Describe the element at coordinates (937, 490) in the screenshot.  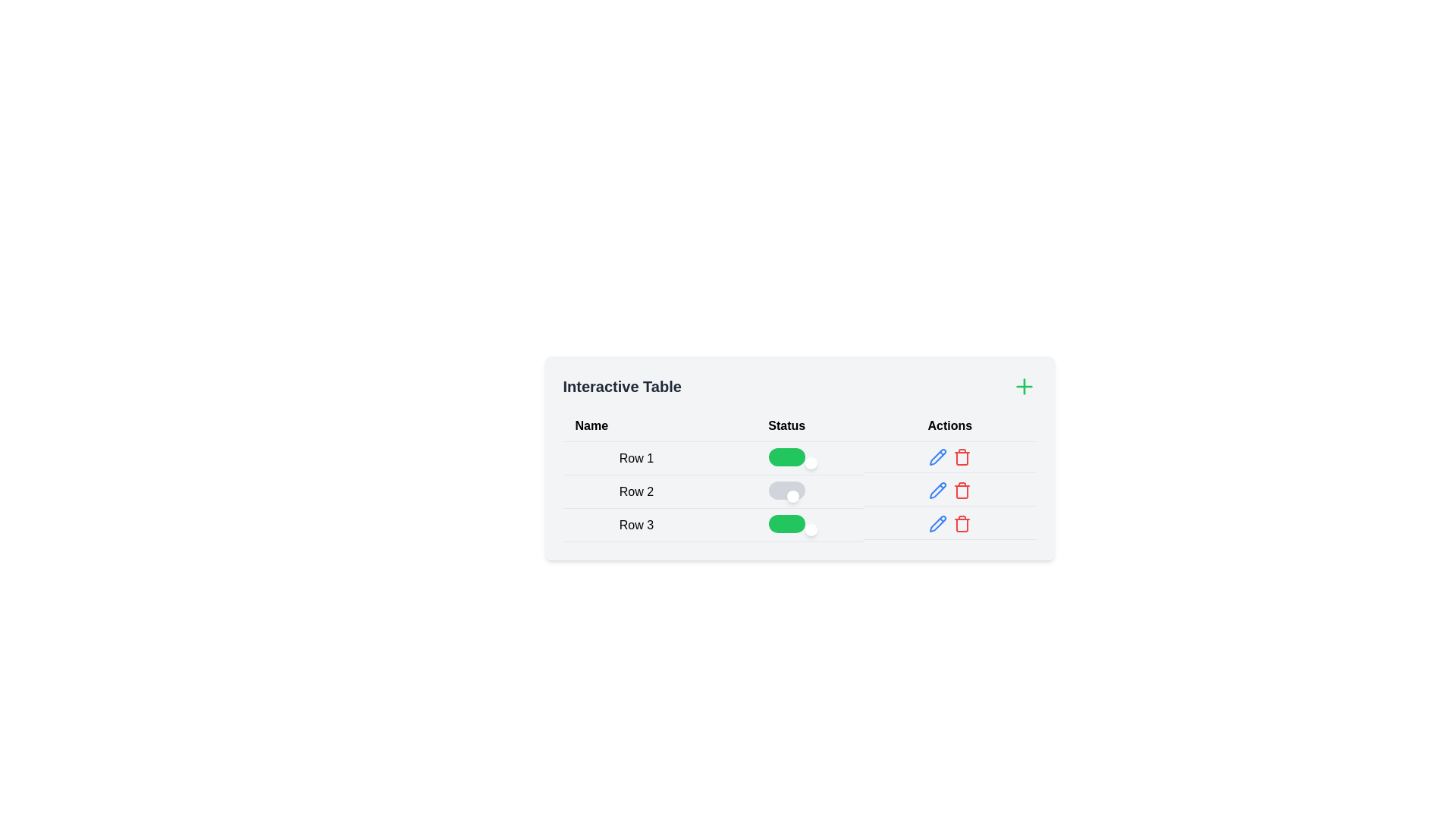
I see `the pencil icon located in the 'Actions' column of the table to initiate an edit operation for the corresponding row` at that location.